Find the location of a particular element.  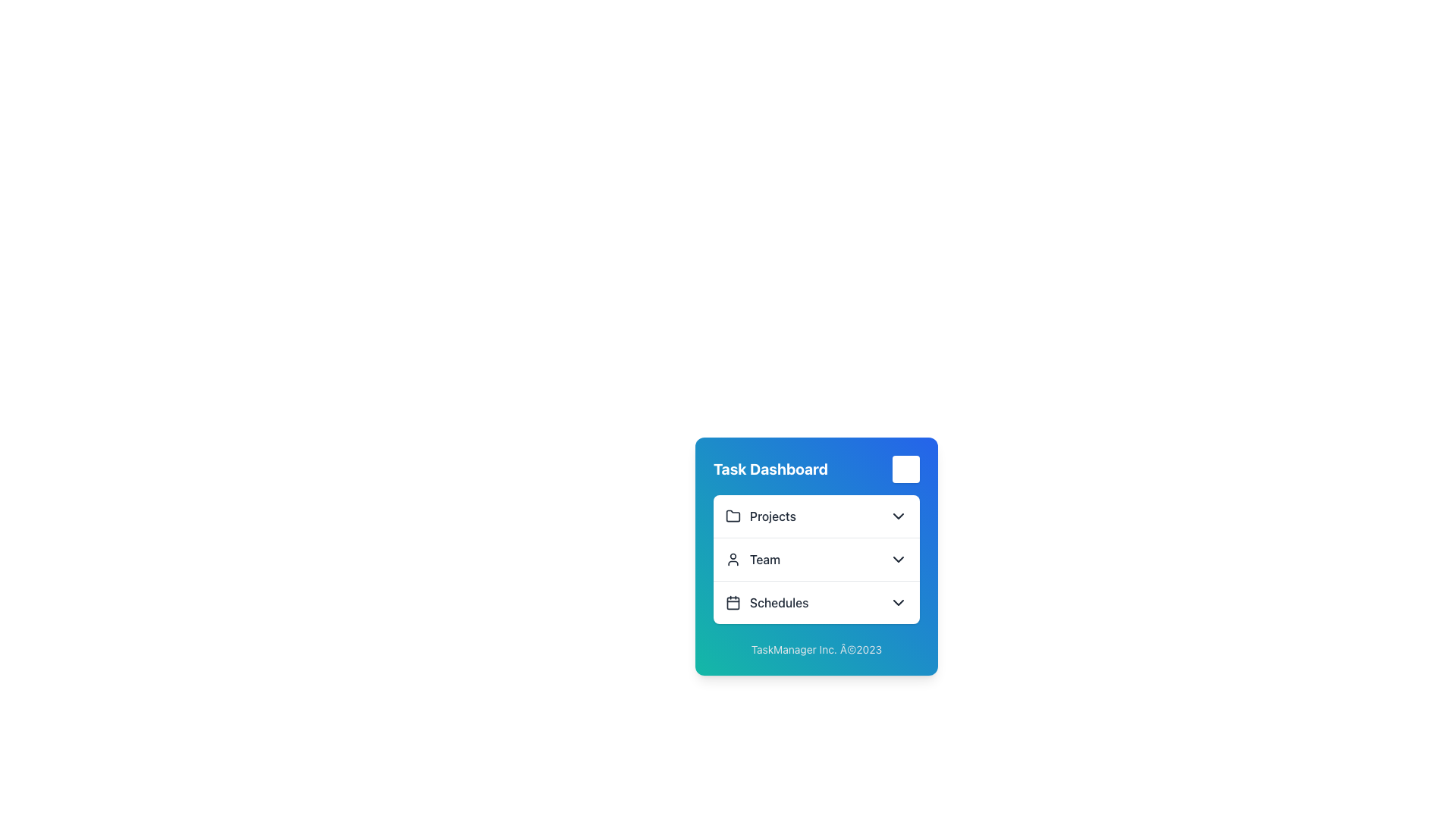

the dropdown arrow on the 'Projects' list item at the top of the vertical list within the blue-to-green gradient card labeled 'Task Dashboard' is located at coordinates (815, 516).